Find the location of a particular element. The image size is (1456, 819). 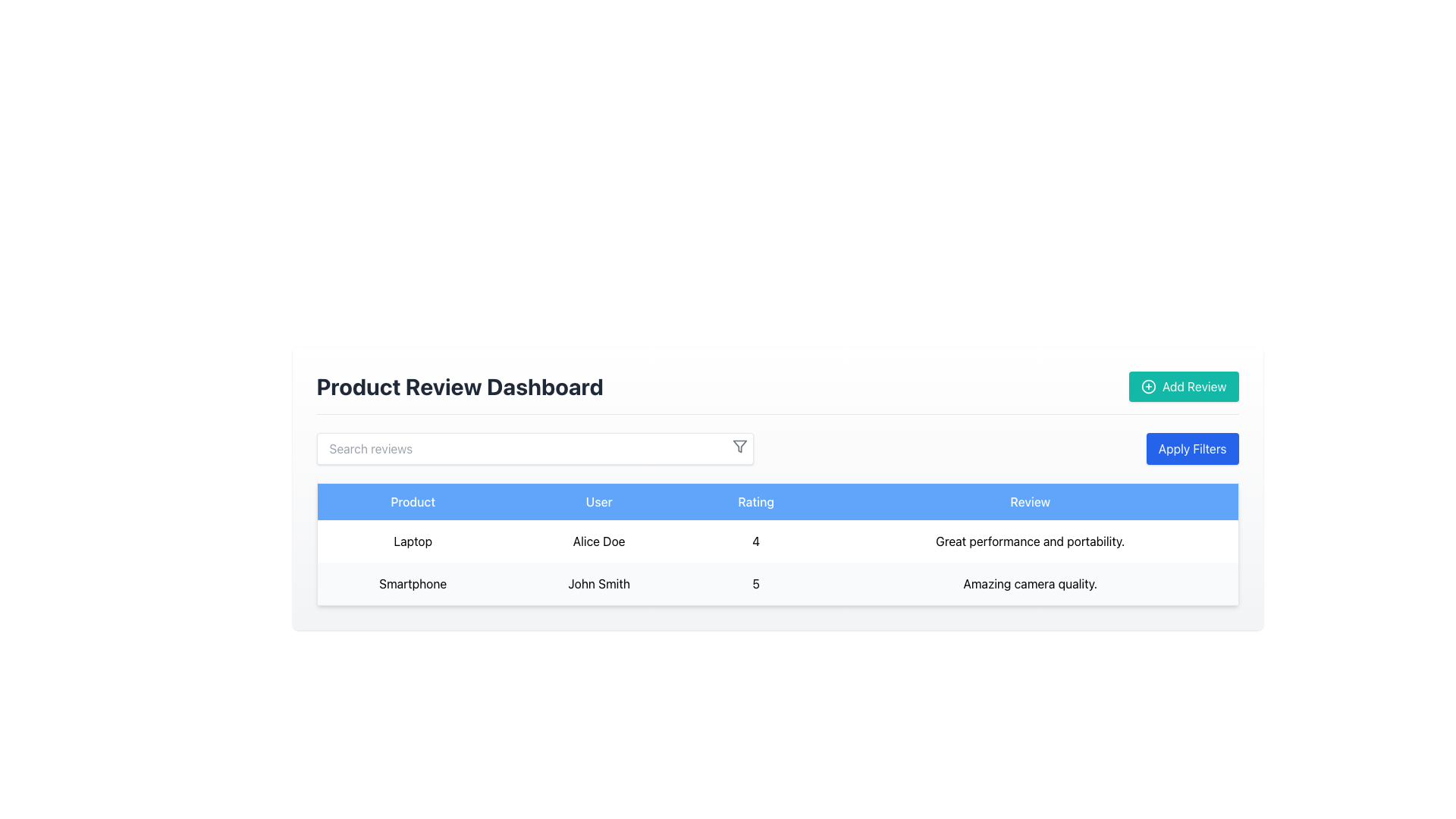

the 'Review' Text Label, which is a rectangular area with a sky-blue background and the word 'Review' in white, located in the top-right of the header row in a table is located at coordinates (1031, 501).